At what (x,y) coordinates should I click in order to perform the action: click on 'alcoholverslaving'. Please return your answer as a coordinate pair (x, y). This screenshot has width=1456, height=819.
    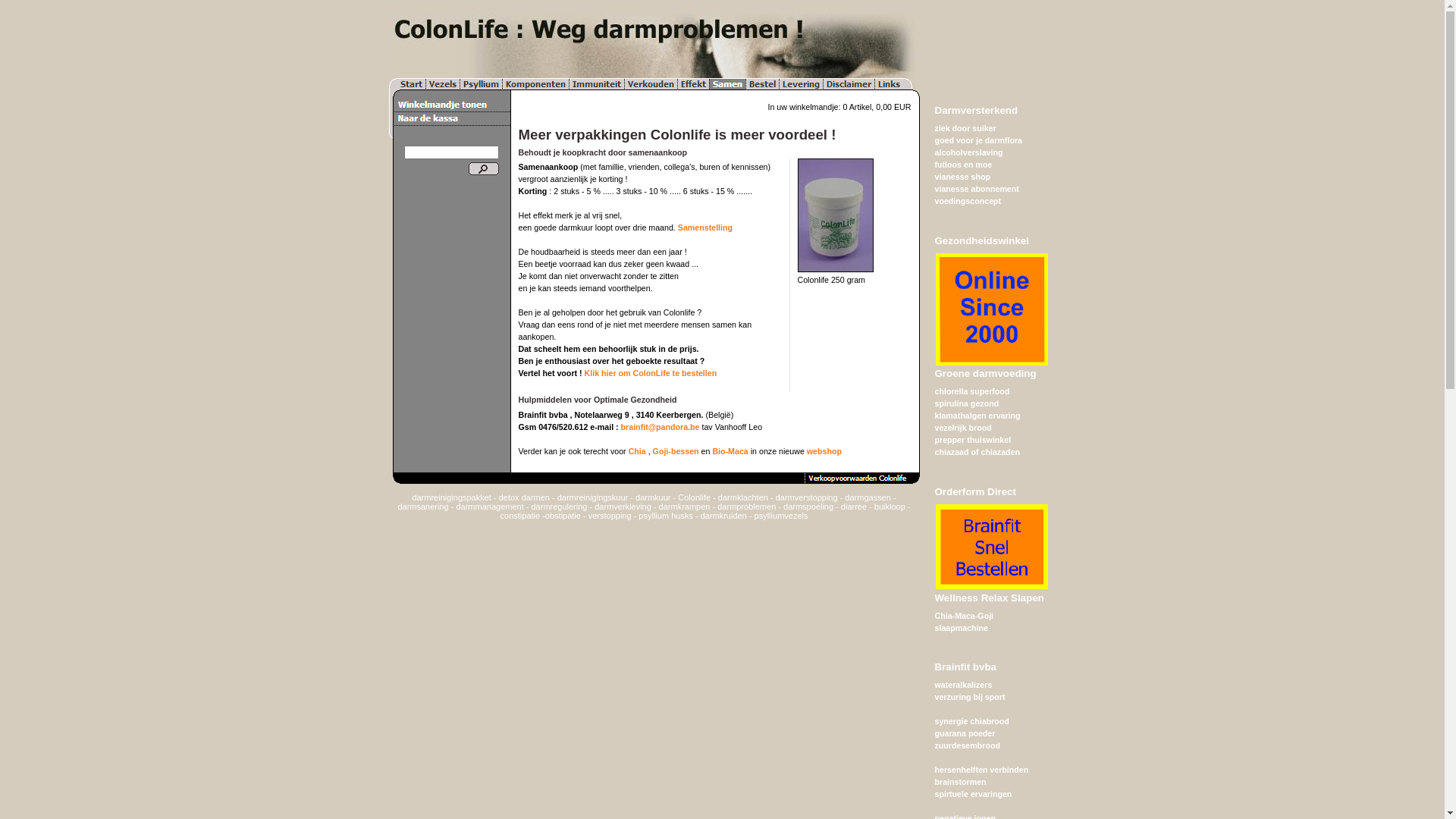
    Looking at the image, I should click on (967, 152).